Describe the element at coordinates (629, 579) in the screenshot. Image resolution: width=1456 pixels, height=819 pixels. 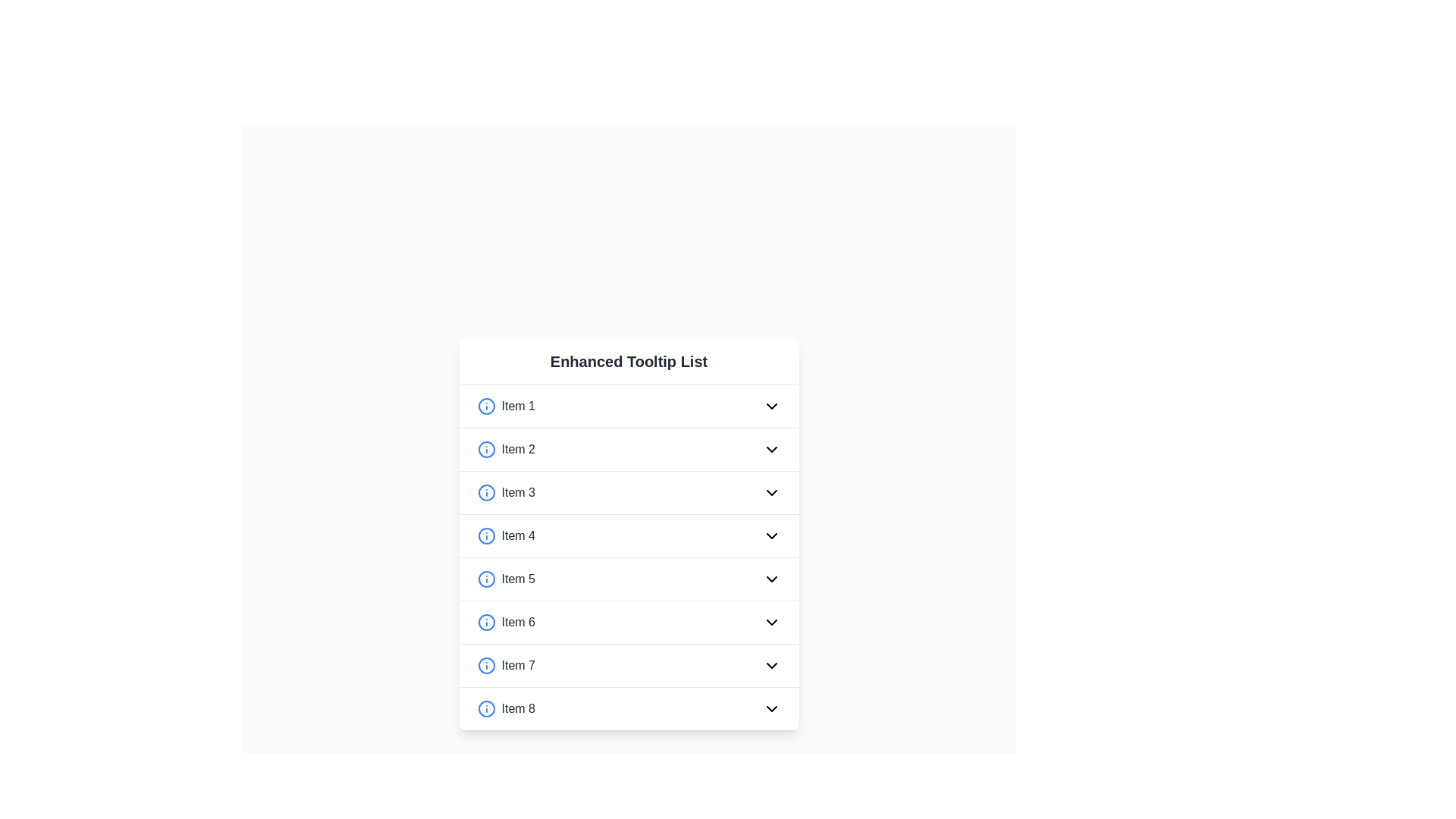
I see `the chevron on the fifth list item, which reveals a dropdown for more details or actions related to 'Item 5'` at that location.